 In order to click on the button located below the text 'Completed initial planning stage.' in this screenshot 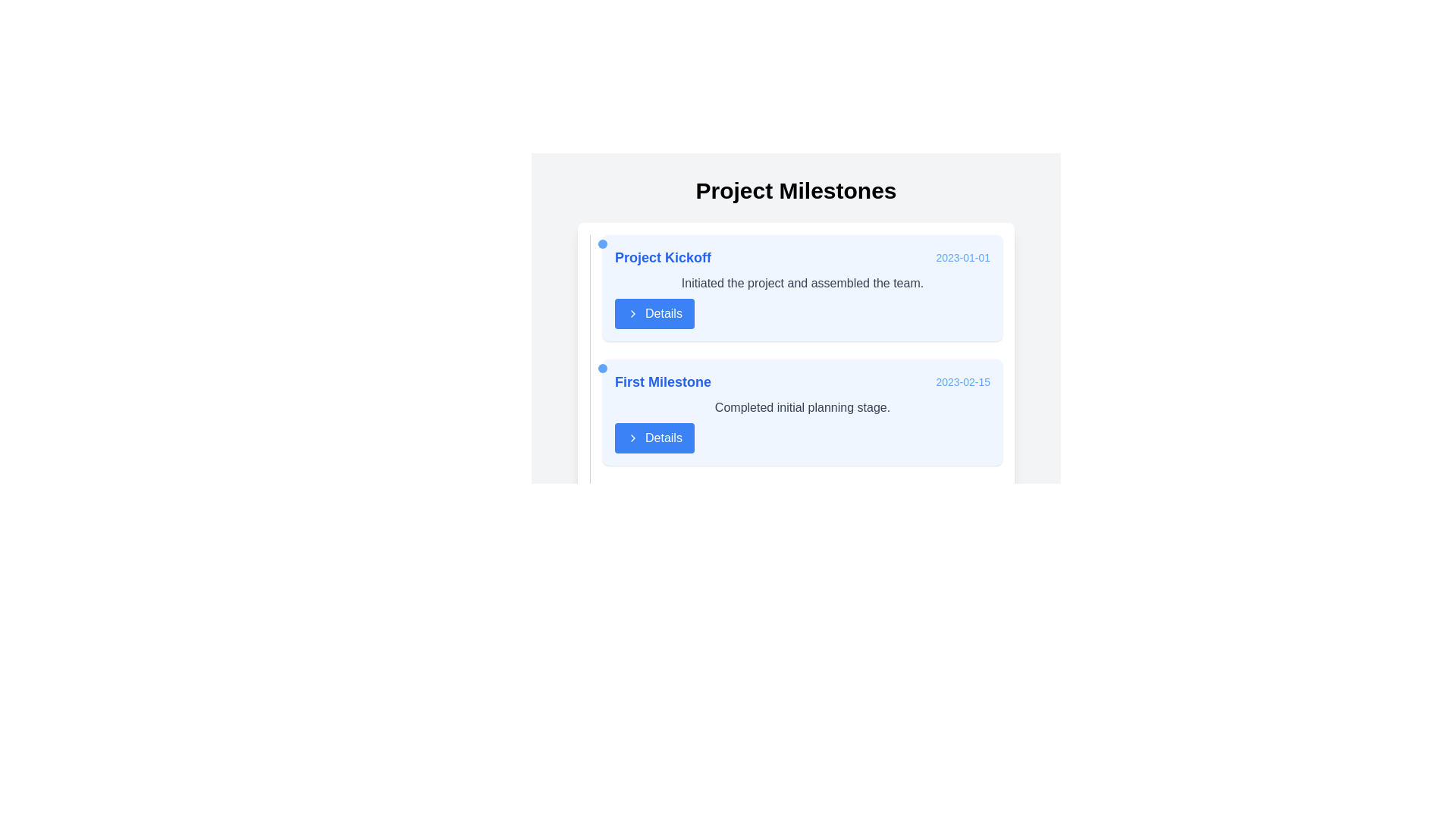, I will do `click(654, 438)`.